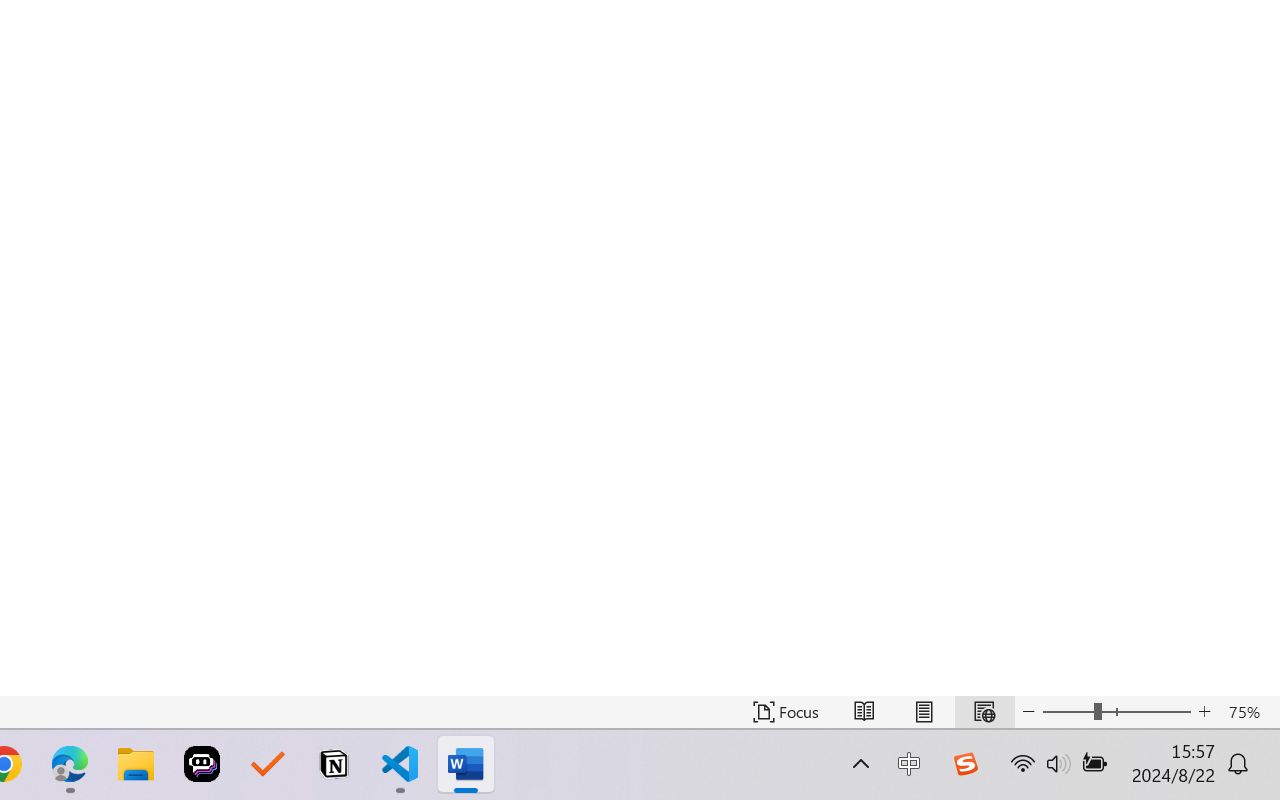 The width and height of the screenshot is (1280, 800). I want to click on 'Web Layout', so click(984, 711).